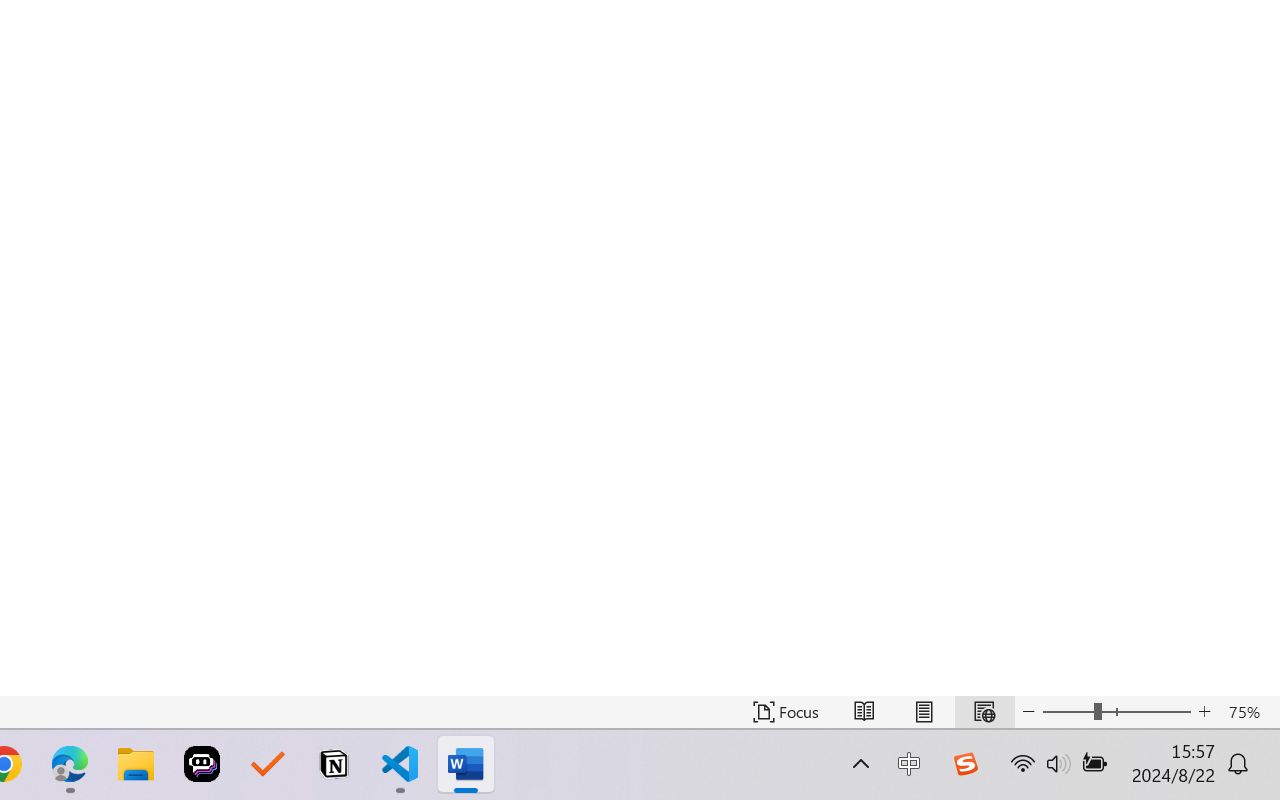 The width and height of the screenshot is (1280, 800). I want to click on 'Web Layout', so click(984, 711).